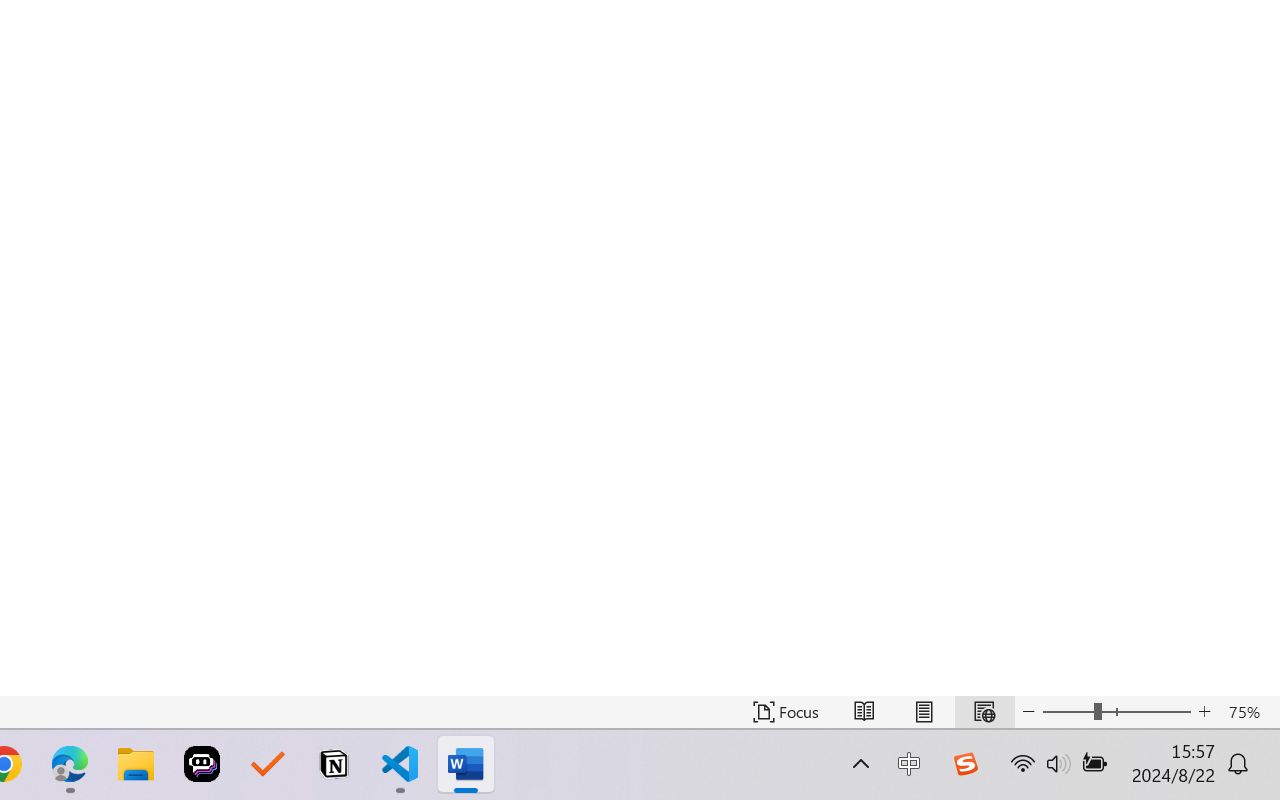 The width and height of the screenshot is (1280, 800). I want to click on 'Web Layout', so click(984, 711).